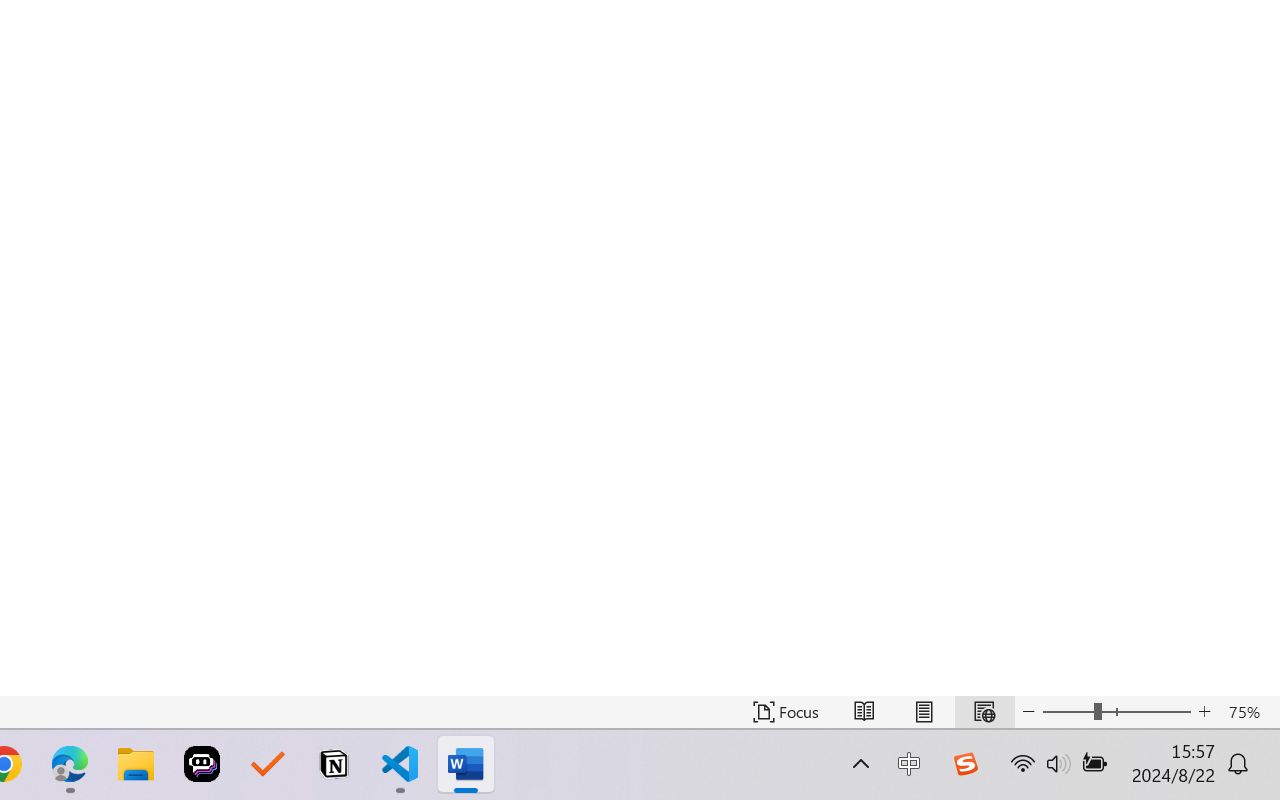 The width and height of the screenshot is (1280, 800). I want to click on 'Web Layout', so click(984, 711).